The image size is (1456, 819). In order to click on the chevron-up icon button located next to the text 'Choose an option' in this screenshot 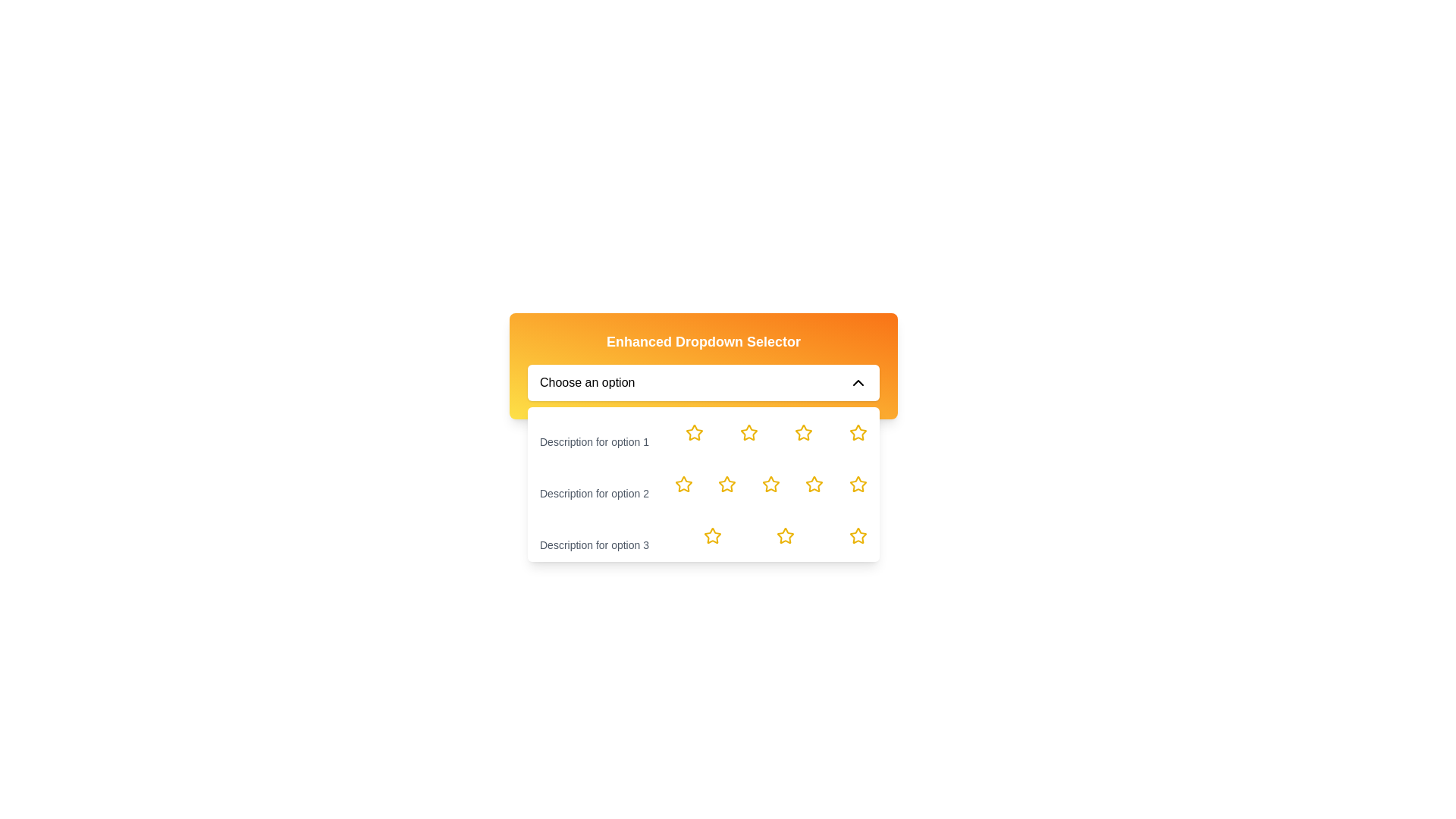, I will do `click(858, 382)`.